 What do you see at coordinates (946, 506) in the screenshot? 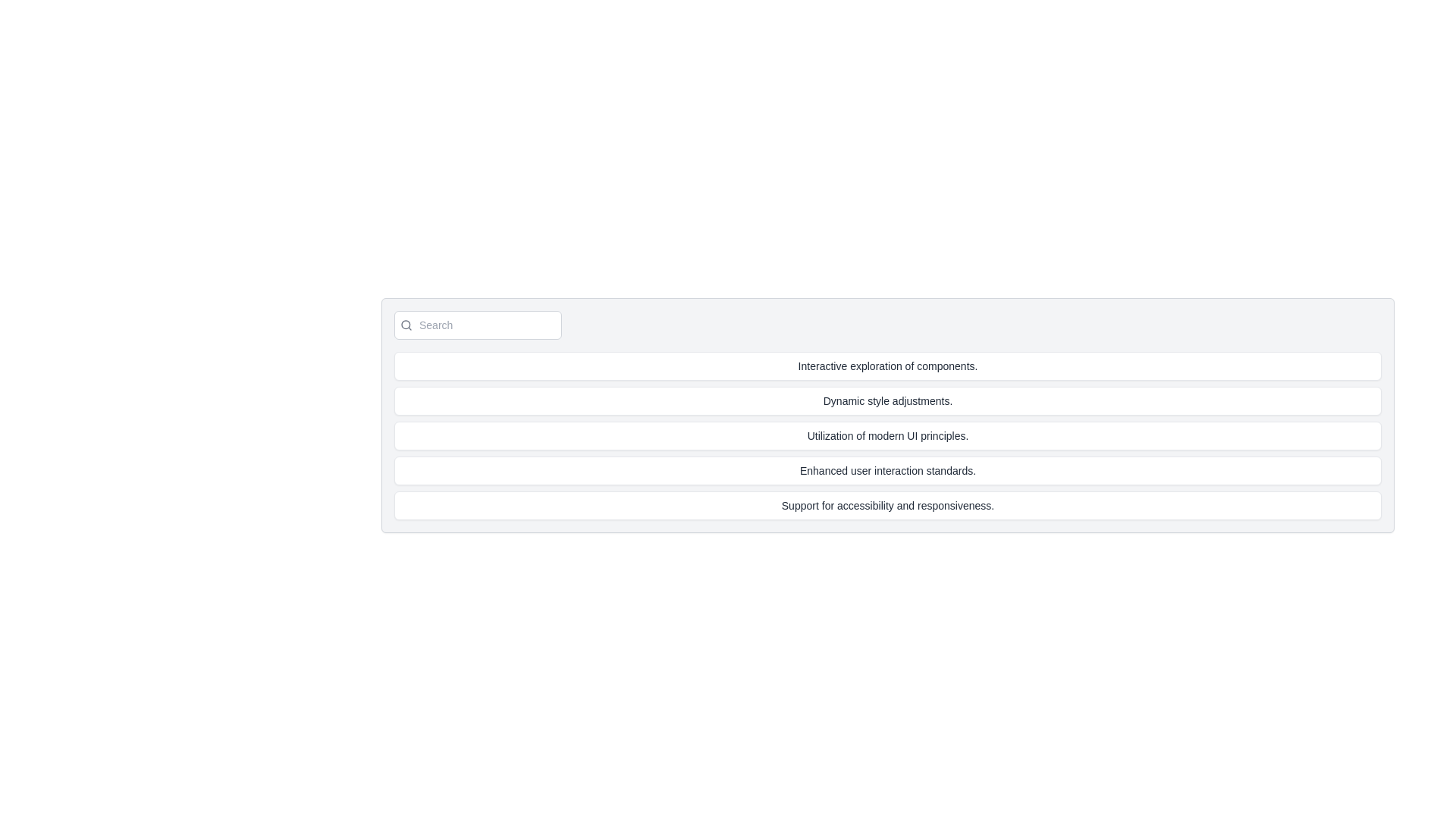
I see `the last letter of the word 'responsiveness' in the text area that reads 'Support for accessibility and responsiveness.'` at bounding box center [946, 506].